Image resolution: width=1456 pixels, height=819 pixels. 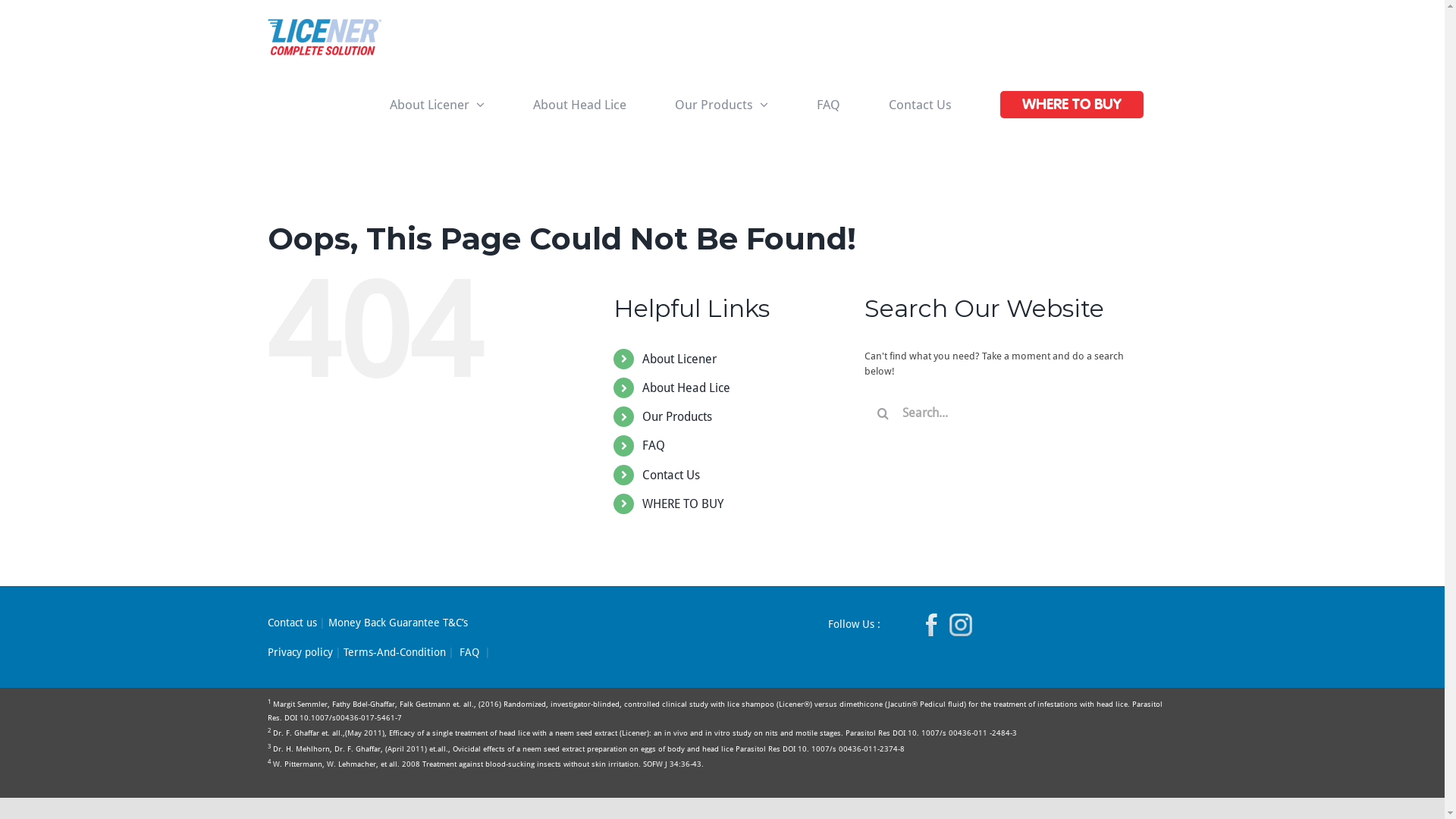 What do you see at coordinates (642, 474) in the screenshot?
I see `'Contact Us'` at bounding box center [642, 474].